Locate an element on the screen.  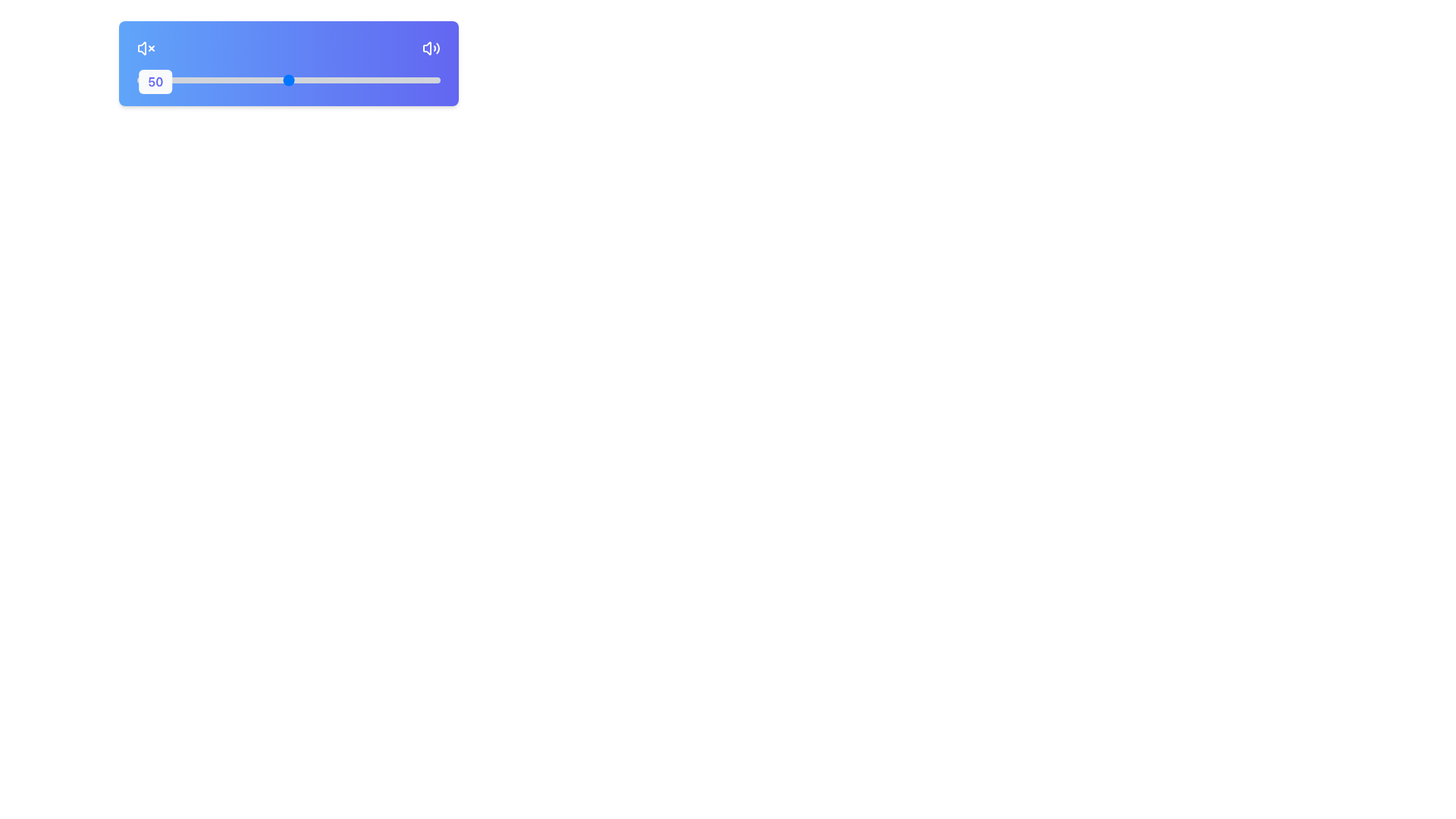
the muted volume icon, which is styled as a speaker with an 'X' symbol on a blue background is located at coordinates (146, 48).